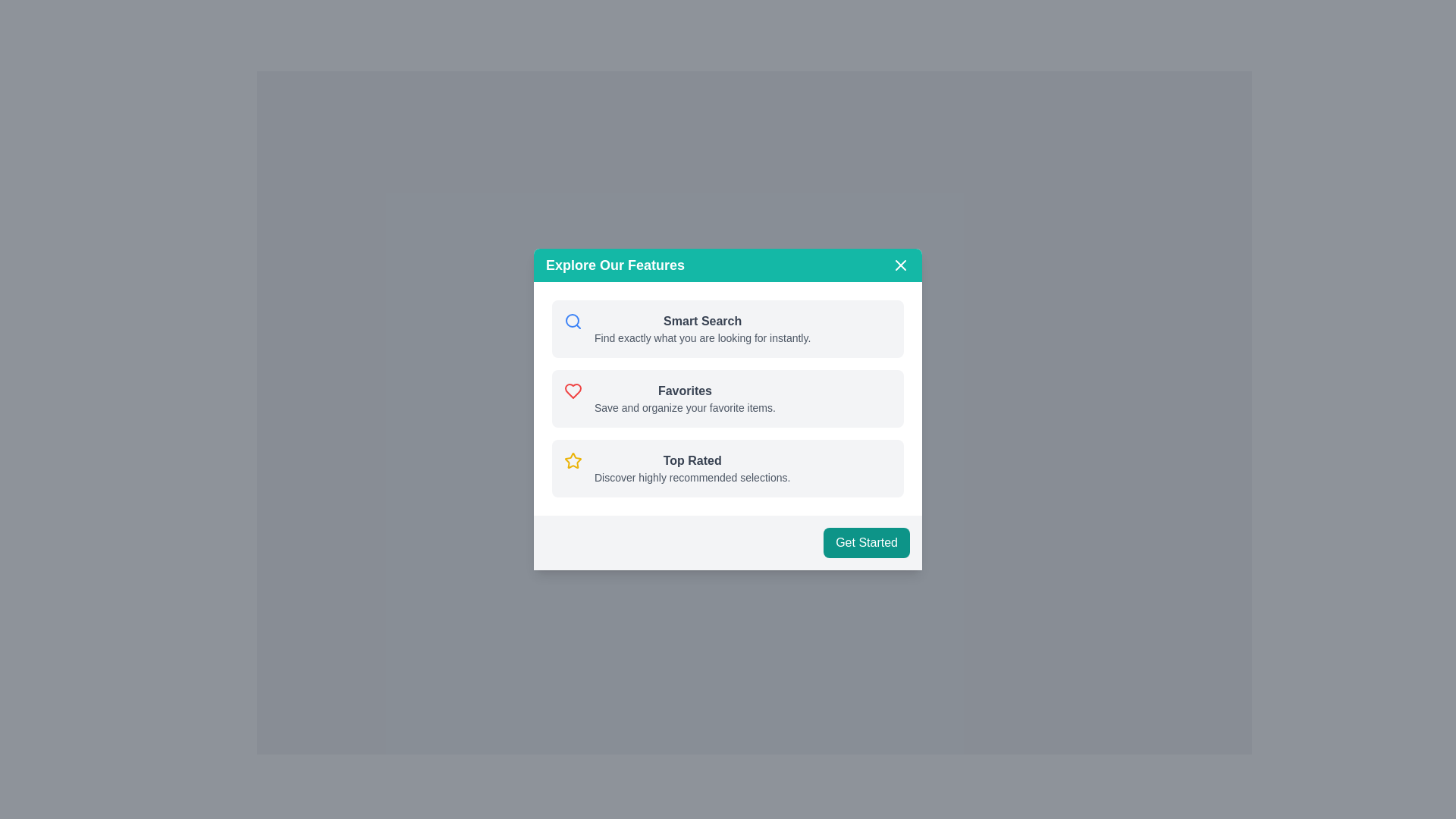 The height and width of the screenshot is (819, 1456). I want to click on the static text label that reads 'Discover highly recommended selections.' located beneath the 'Top Rated' title in the third section from the top, so click(692, 476).